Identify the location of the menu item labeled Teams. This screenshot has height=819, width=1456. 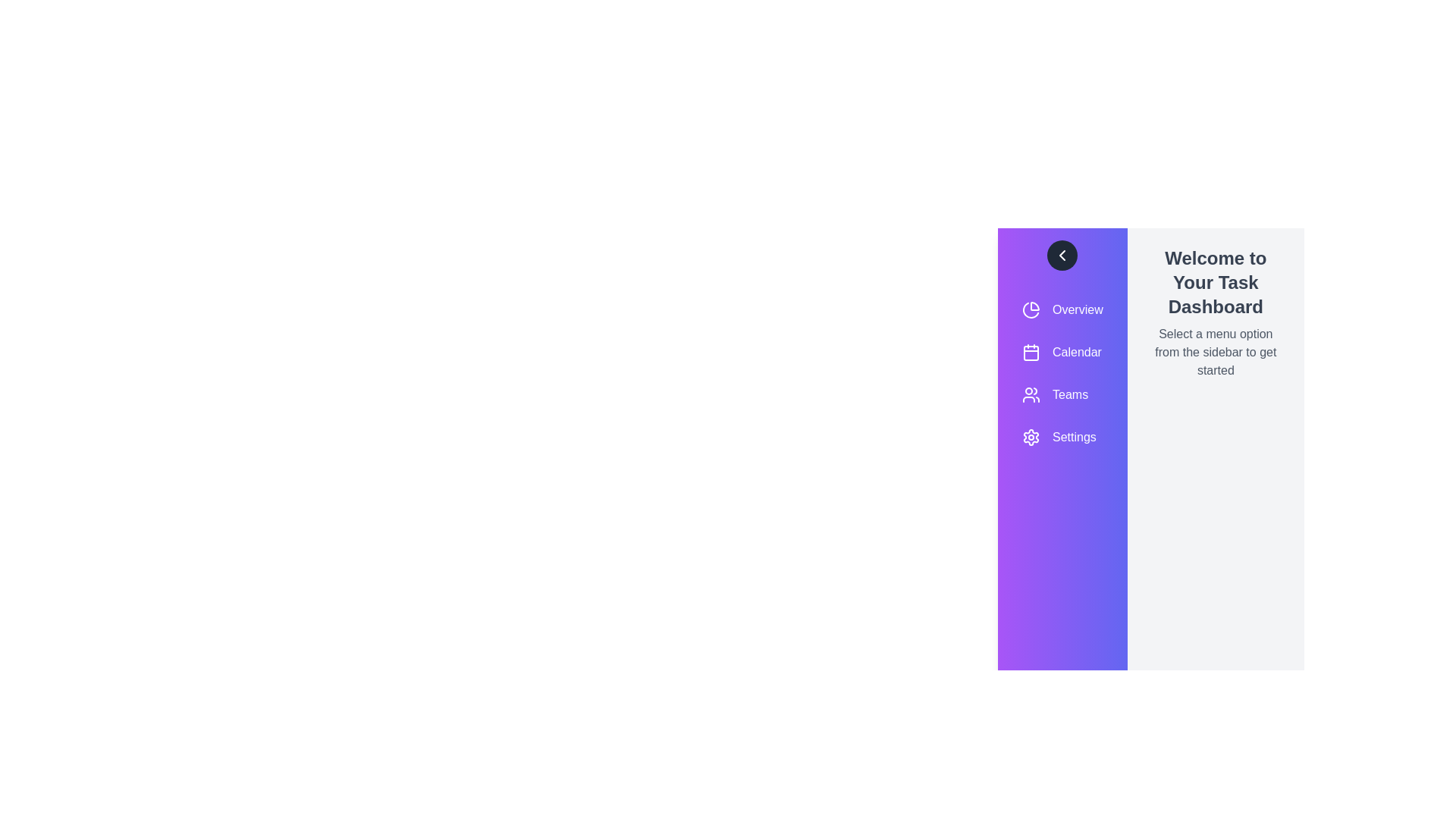
(1062, 394).